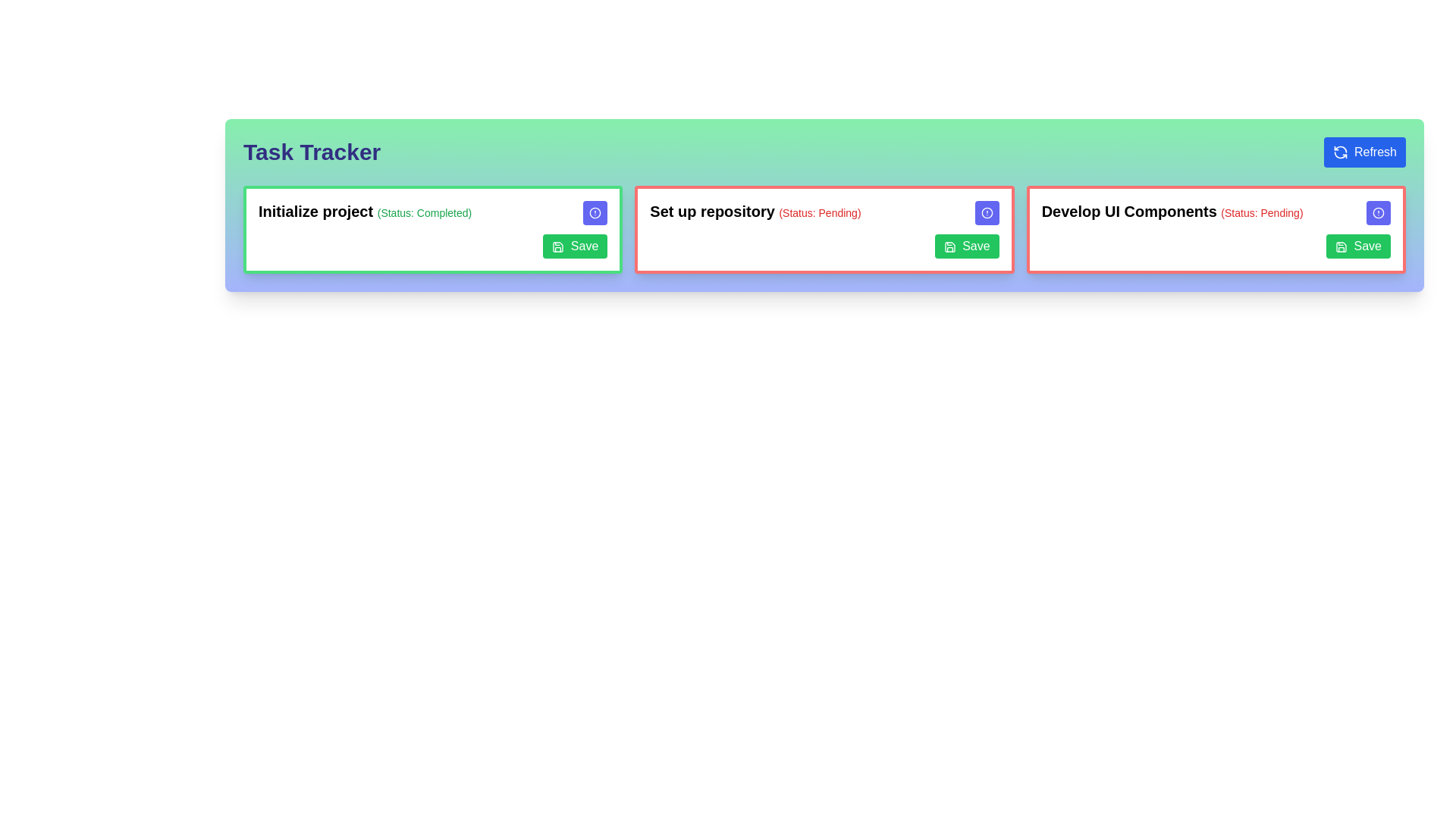 Image resolution: width=1456 pixels, height=819 pixels. What do you see at coordinates (949, 246) in the screenshot?
I see `the save button icon, which is part of a green button labeled 'Save' located in the second task card titled 'Set up repository (Status: Pending)'` at bounding box center [949, 246].